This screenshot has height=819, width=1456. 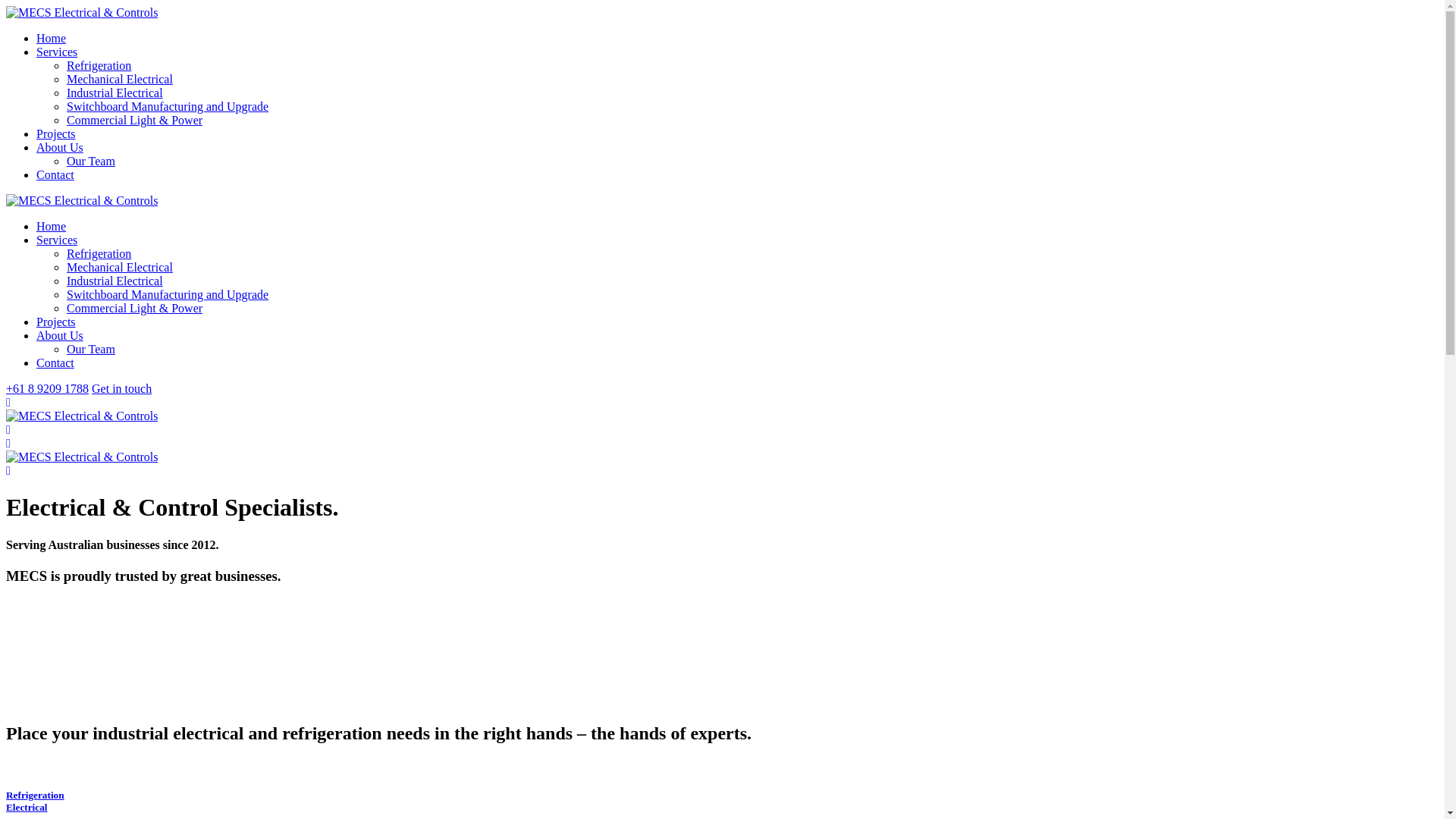 What do you see at coordinates (119, 266) in the screenshot?
I see `'Mechanical Electrical'` at bounding box center [119, 266].